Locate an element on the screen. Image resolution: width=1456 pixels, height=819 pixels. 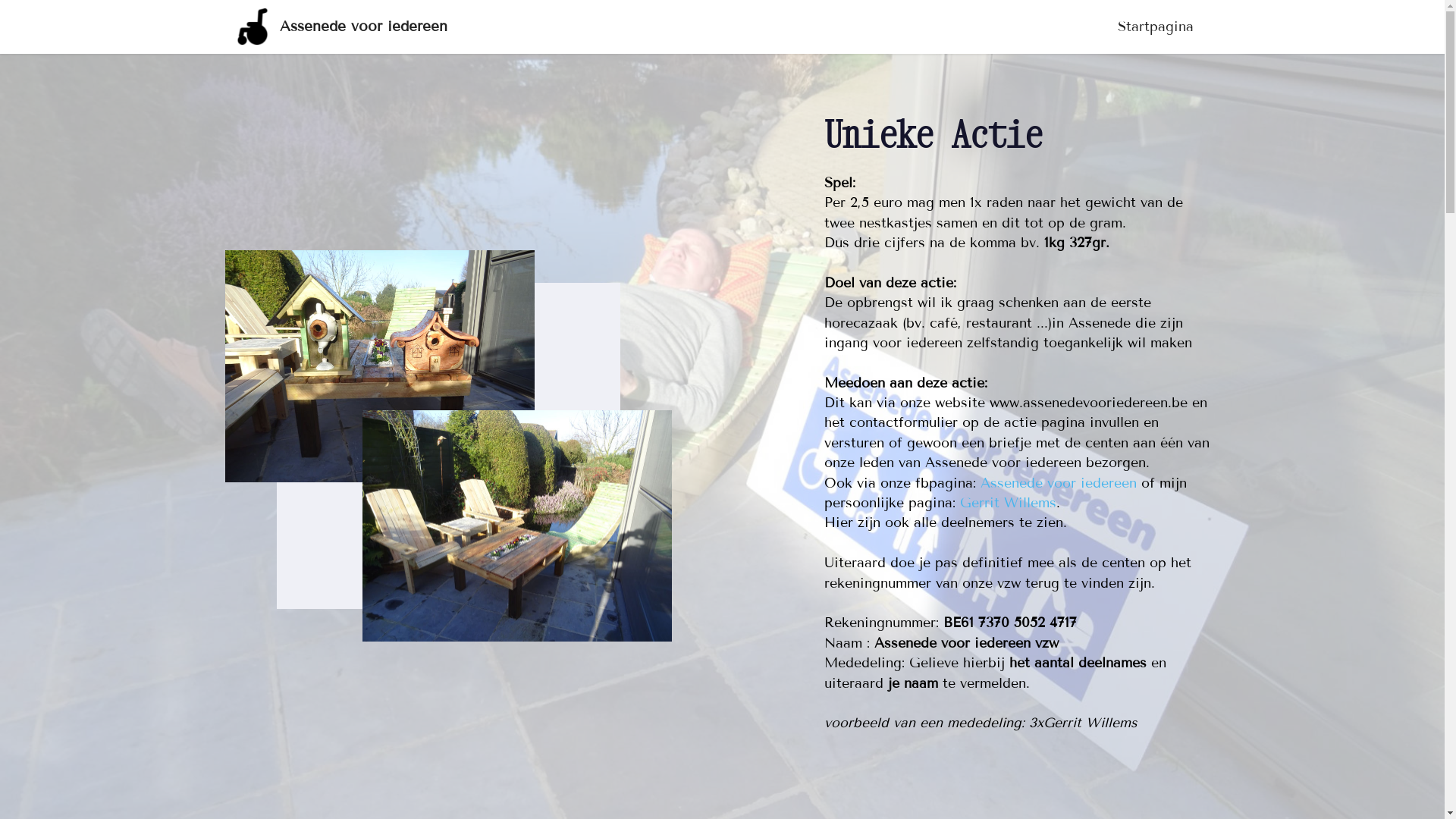
'Startpagina' is located at coordinates (1154, 26).